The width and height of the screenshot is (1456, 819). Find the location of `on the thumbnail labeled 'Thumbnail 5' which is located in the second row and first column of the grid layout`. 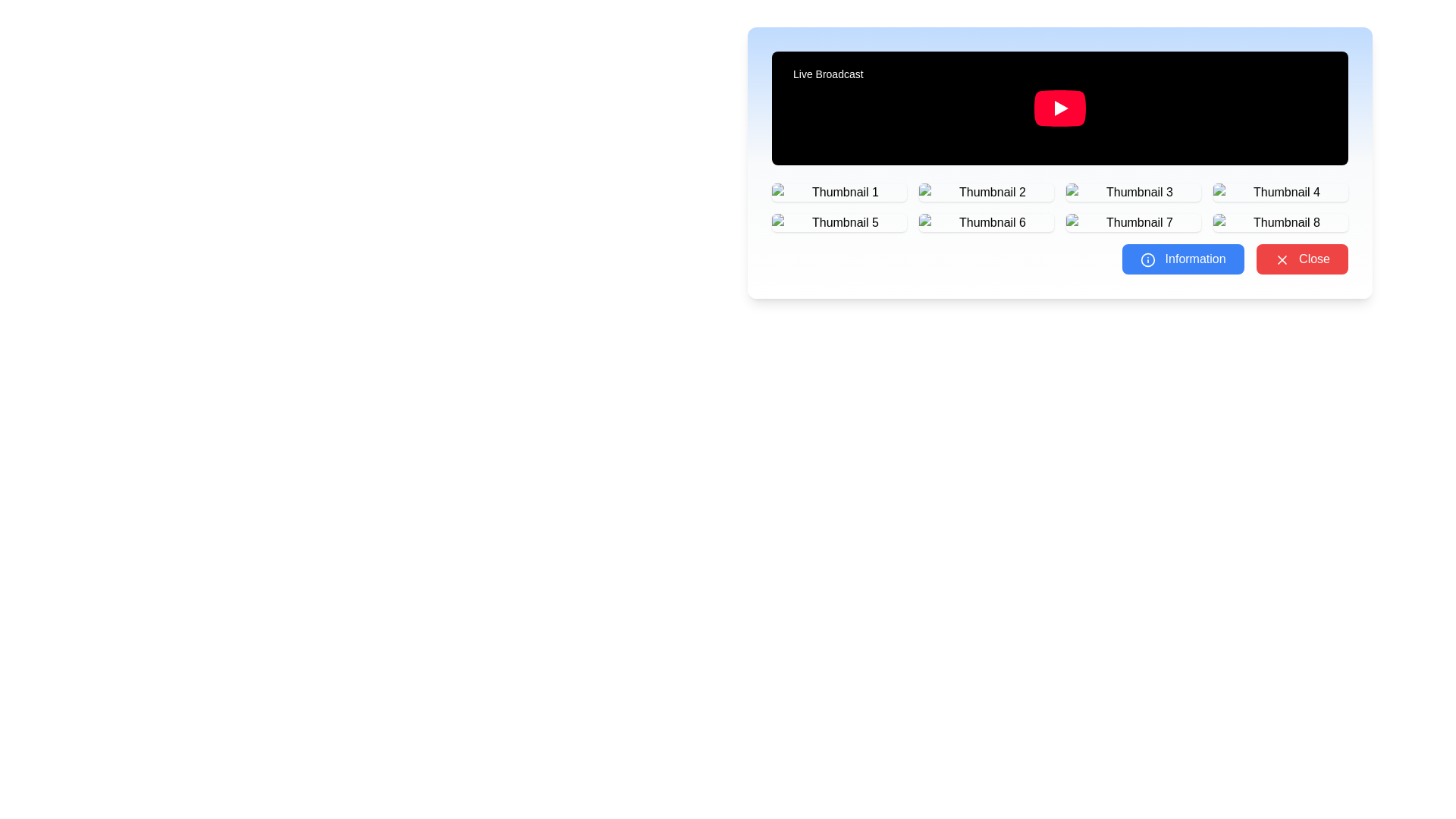

on the thumbnail labeled 'Thumbnail 5' which is located in the second row and first column of the grid layout is located at coordinates (839, 222).